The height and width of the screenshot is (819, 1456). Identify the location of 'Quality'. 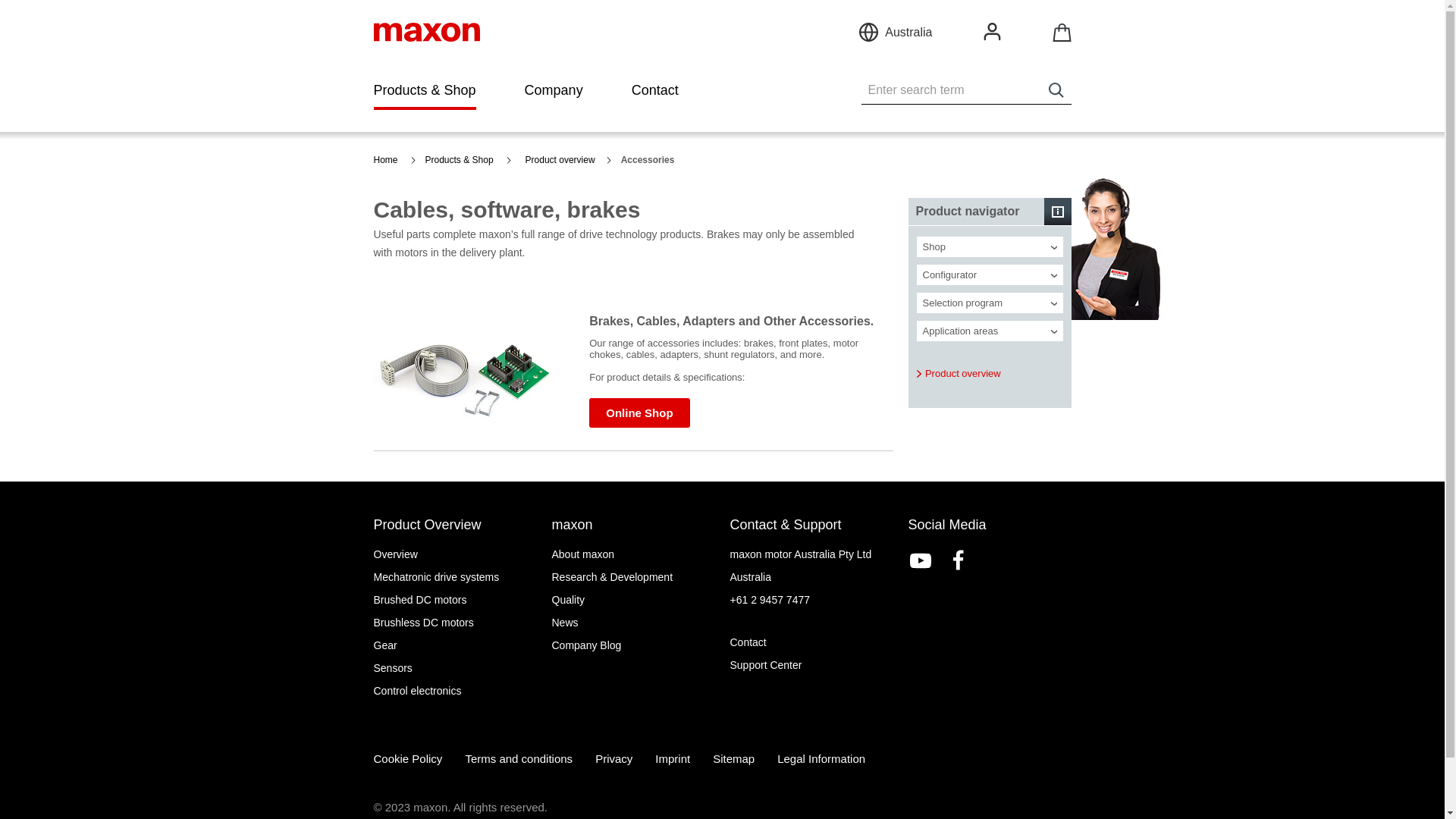
(551, 598).